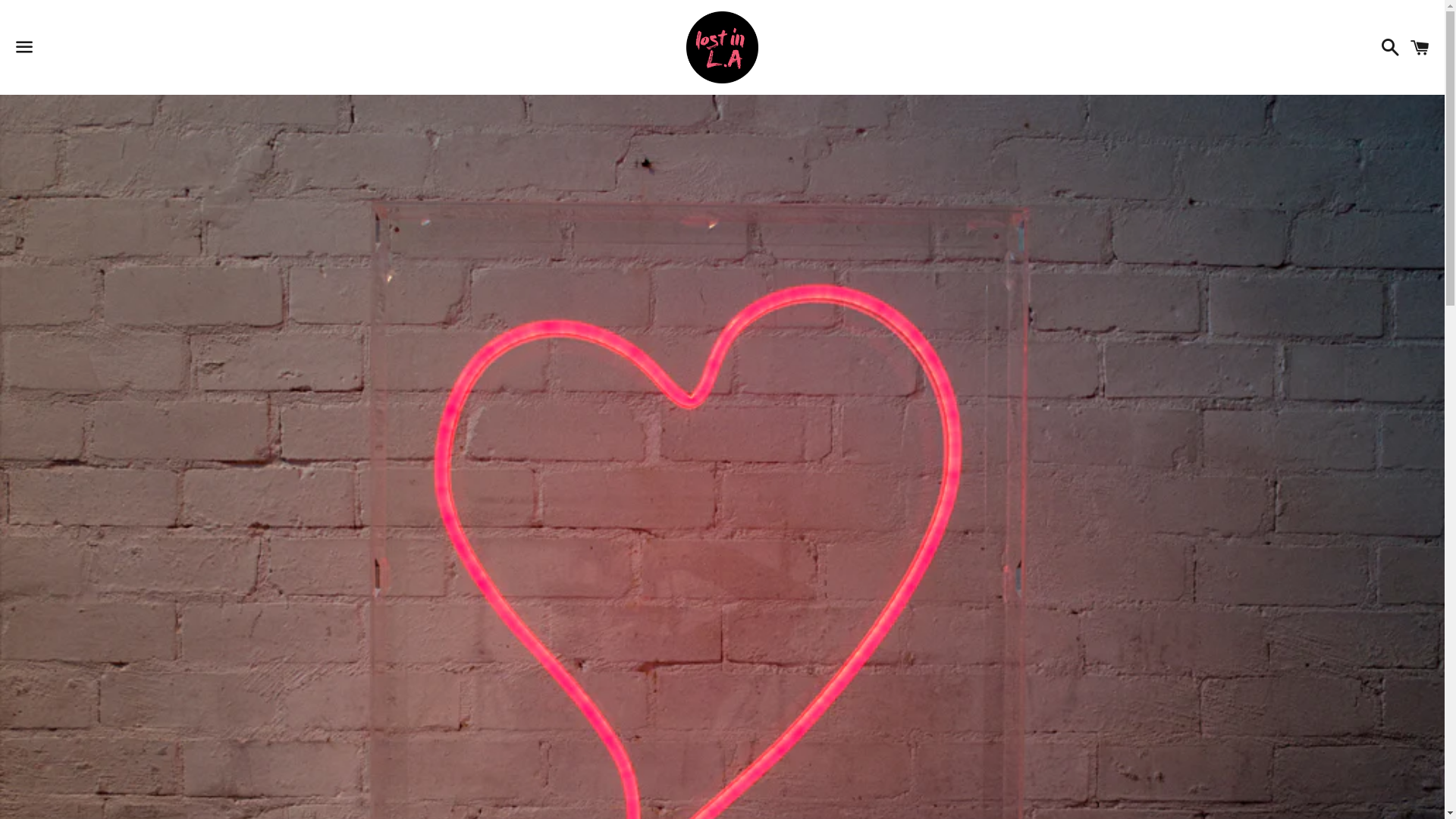 The height and width of the screenshot is (819, 1456). I want to click on 'Menu', so click(7, 46).